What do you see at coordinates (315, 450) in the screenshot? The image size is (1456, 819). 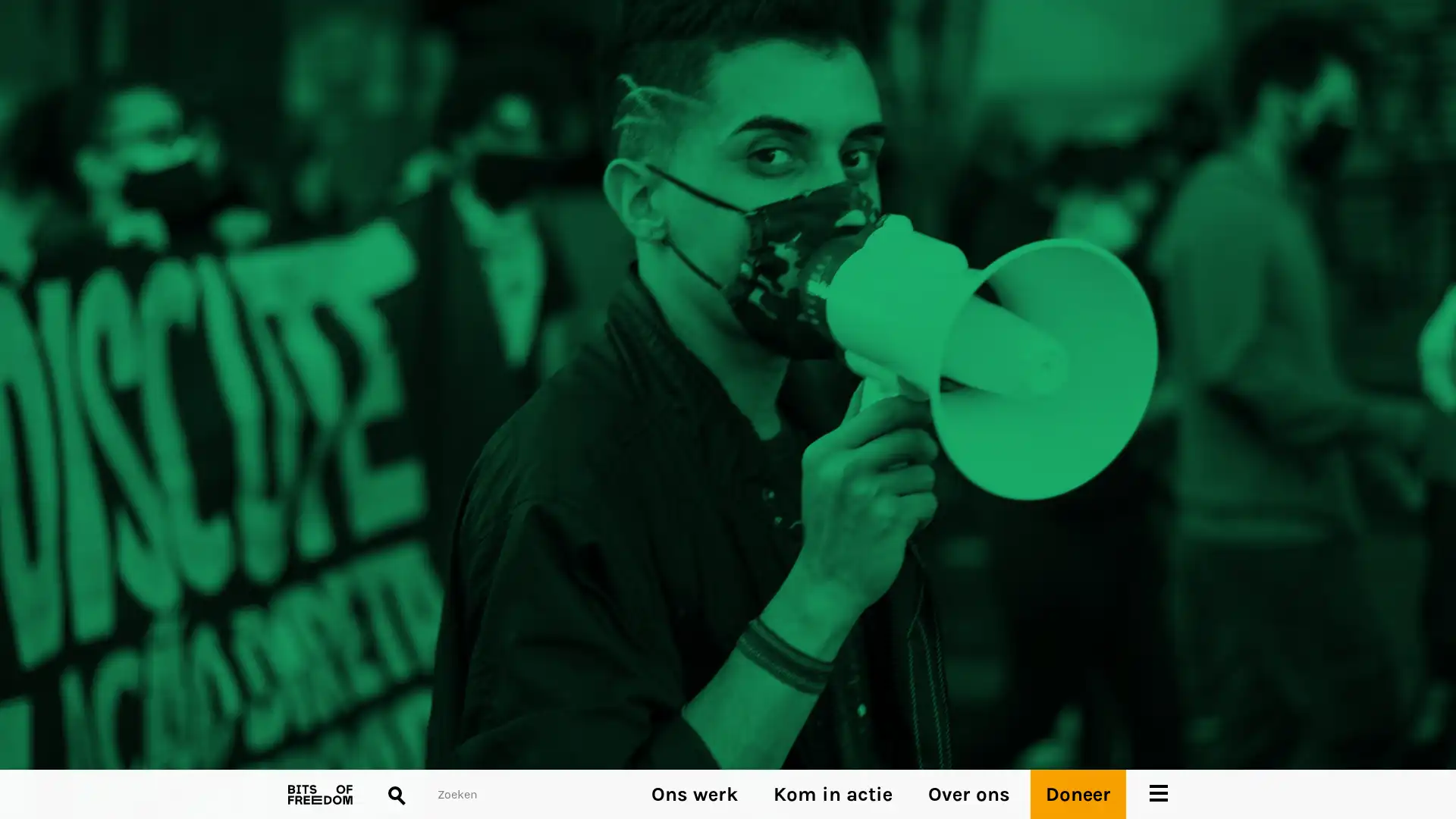 I see `Abonneren!` at bounding box center [315, 450].